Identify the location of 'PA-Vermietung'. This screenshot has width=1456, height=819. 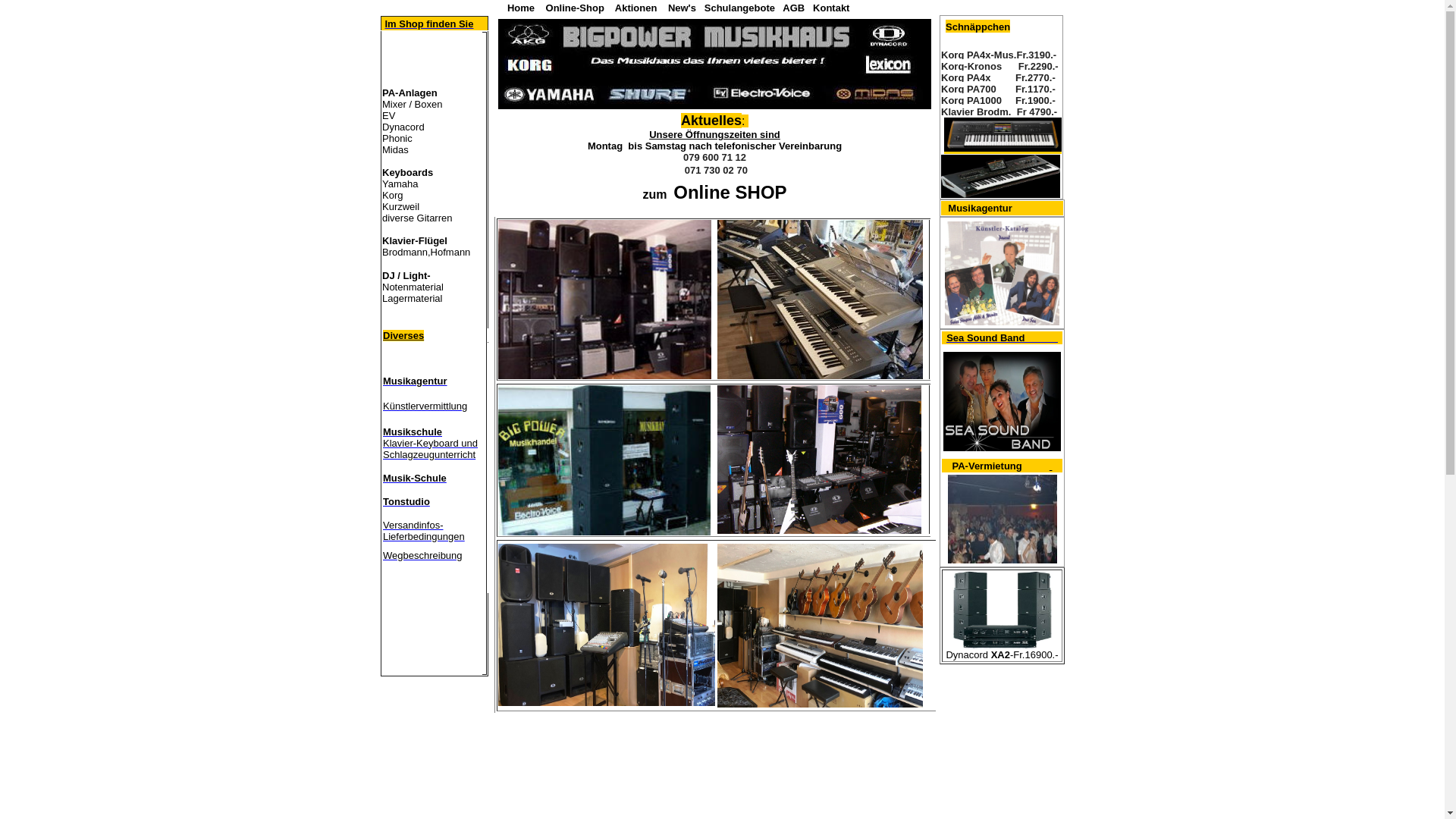
(987, 466).